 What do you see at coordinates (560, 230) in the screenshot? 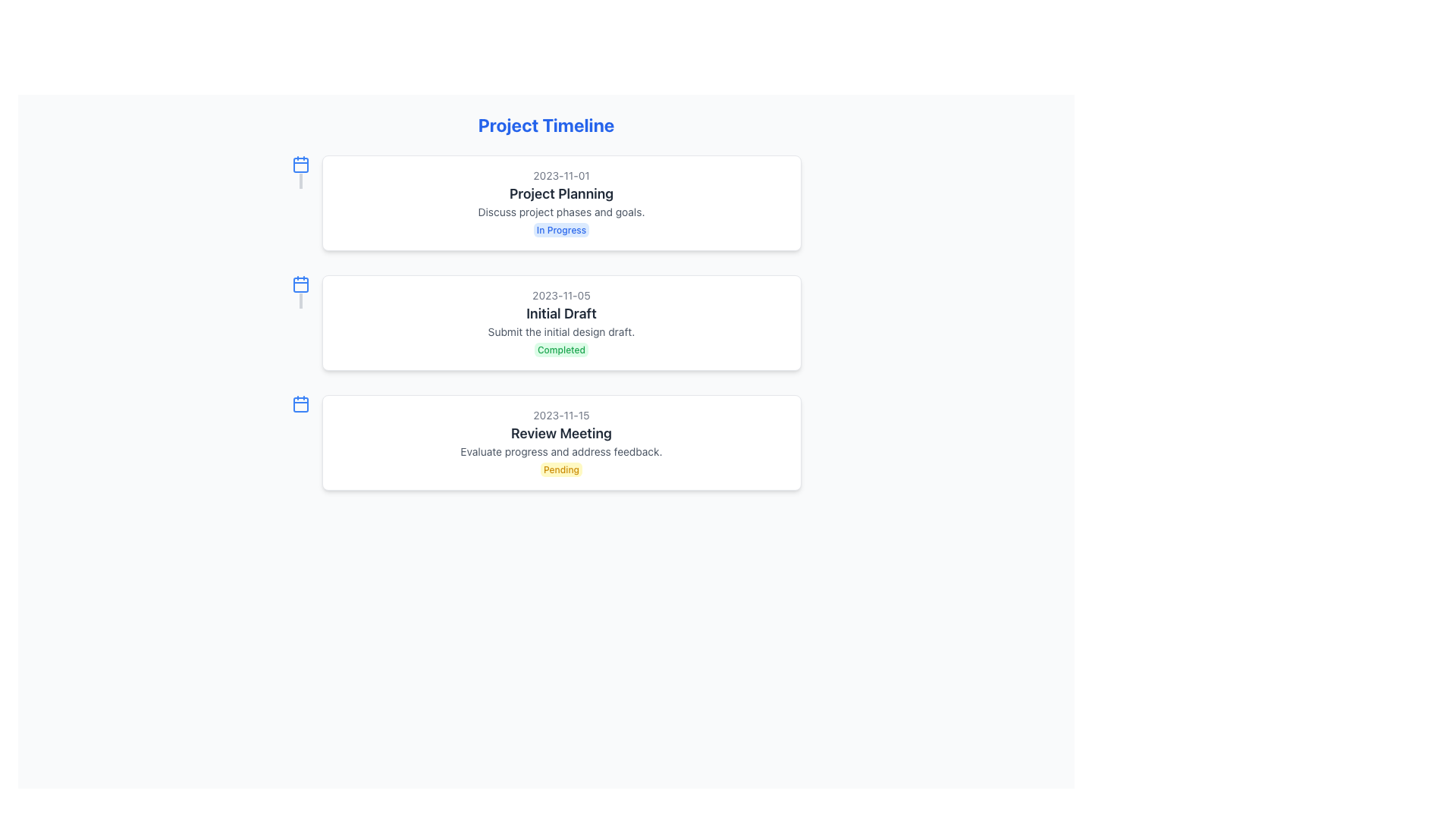
I see `the Status Indicator badge with 'In Progress' text, which is a small rectangular badge with rounded corners and a light blue background located at the bottom-right corner of the 'Project Planning' block` at bounding box center [560, 230].